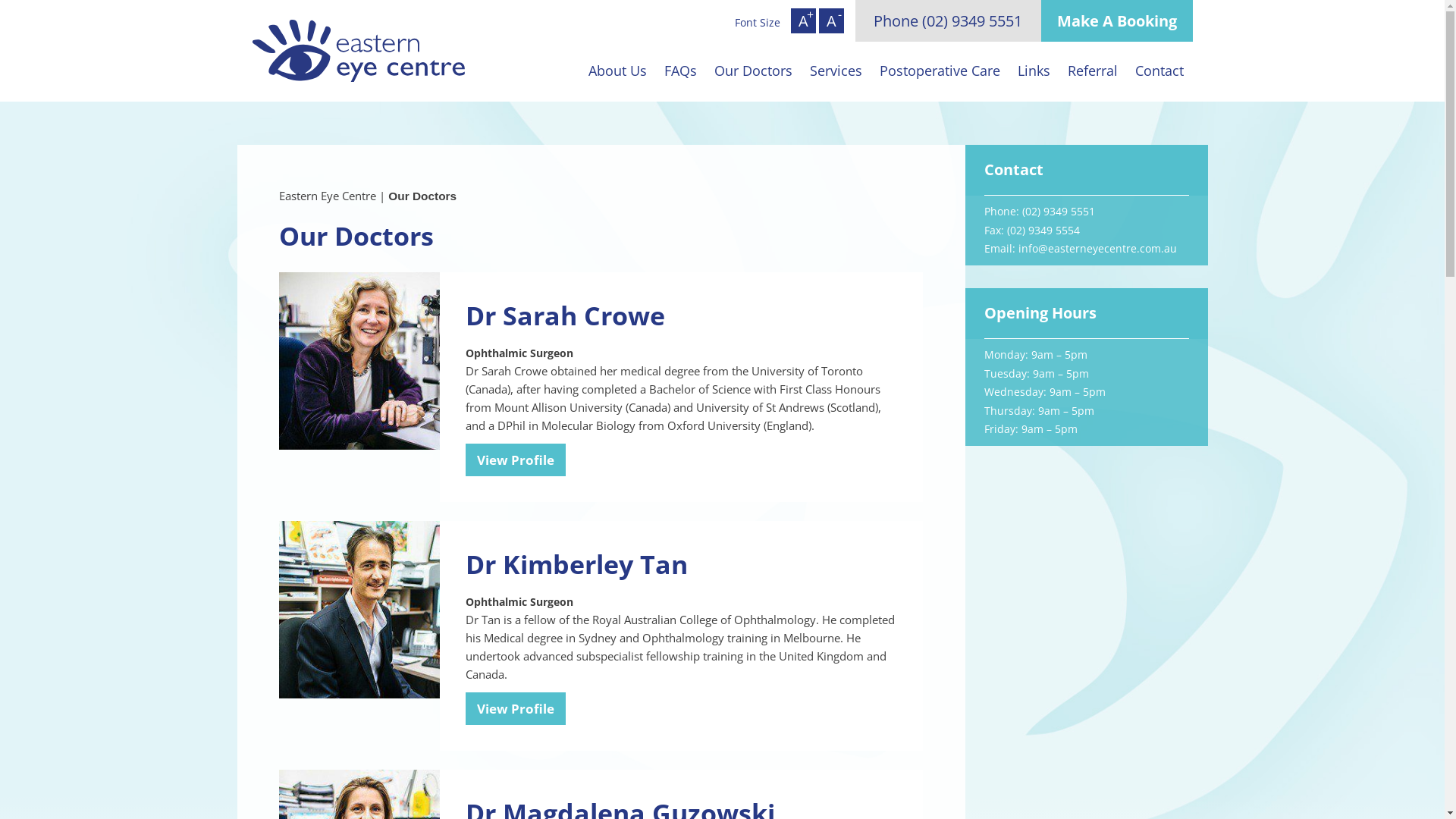 Image resolution: width=1456 pixels, height=819 pixels. Describe the element at coordinates (835, 70) in the screenshot. I see `'Services'` at that location.